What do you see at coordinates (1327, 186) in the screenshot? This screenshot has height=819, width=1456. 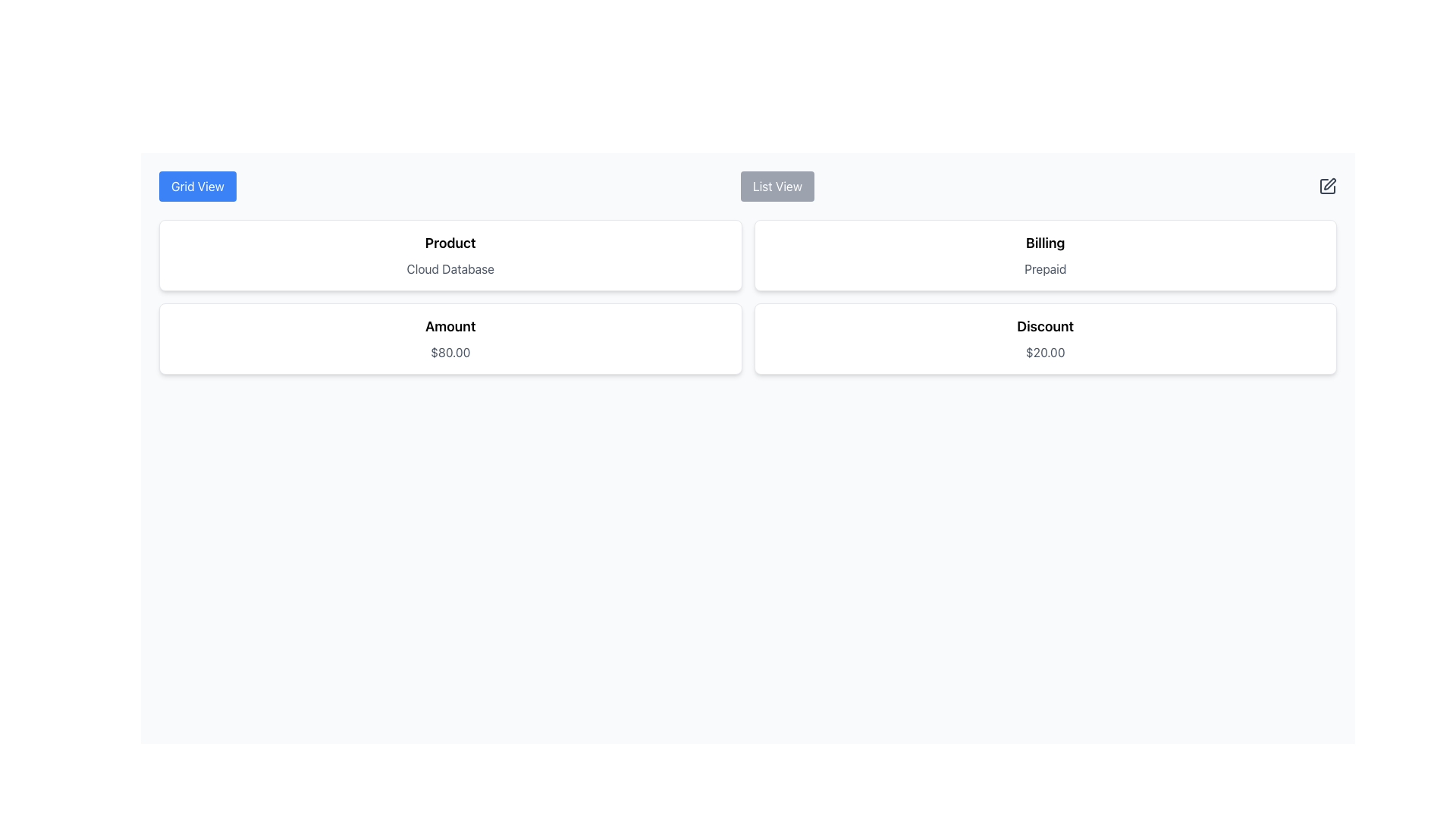 I see `the interactive icon with a pen symbol located in the top-right corner of the header section, adjacent to the 'Grid View' and 'List View' toggle buttons` at bounding box center [1327, 186].